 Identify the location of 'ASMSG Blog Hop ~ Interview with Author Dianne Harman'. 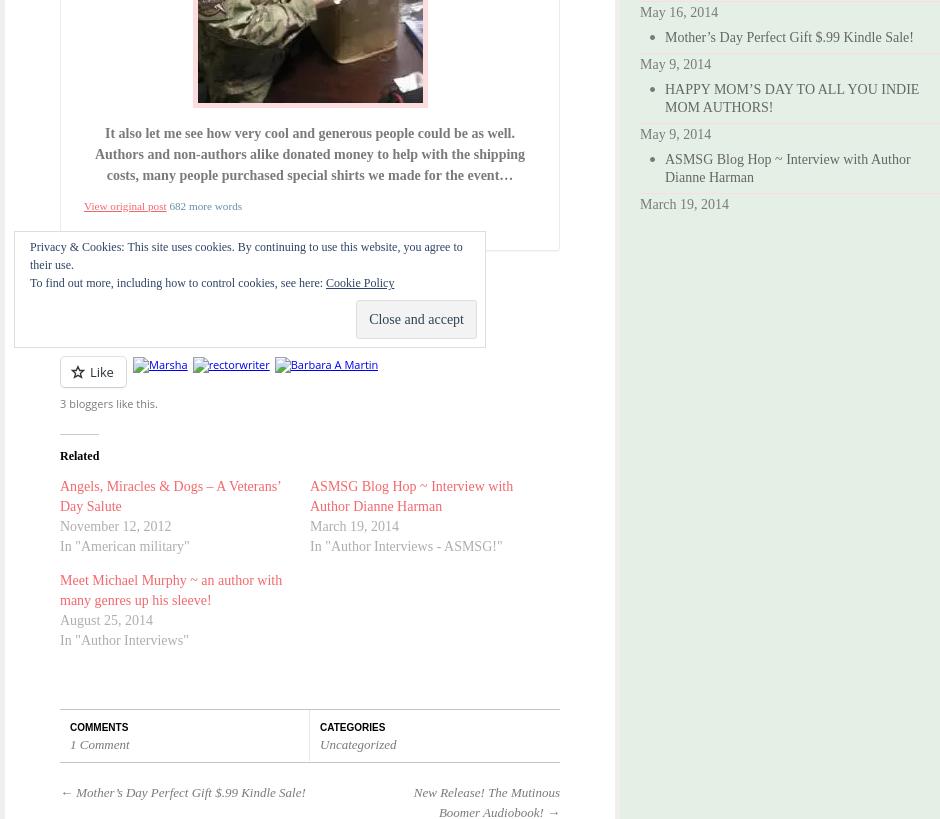
(787, 167).